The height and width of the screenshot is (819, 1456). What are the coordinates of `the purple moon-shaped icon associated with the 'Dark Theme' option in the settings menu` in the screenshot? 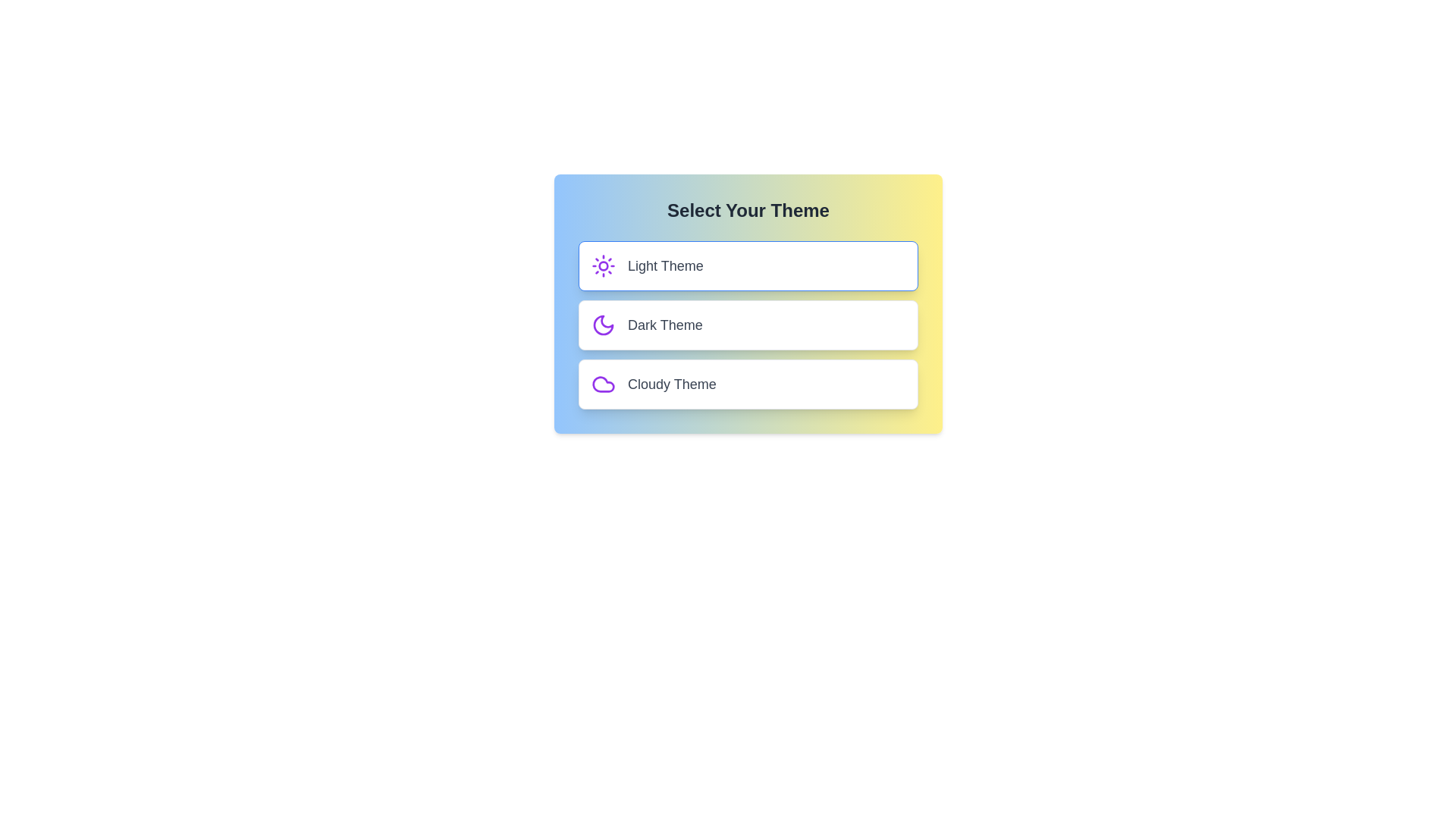 It's located at (603, 324).